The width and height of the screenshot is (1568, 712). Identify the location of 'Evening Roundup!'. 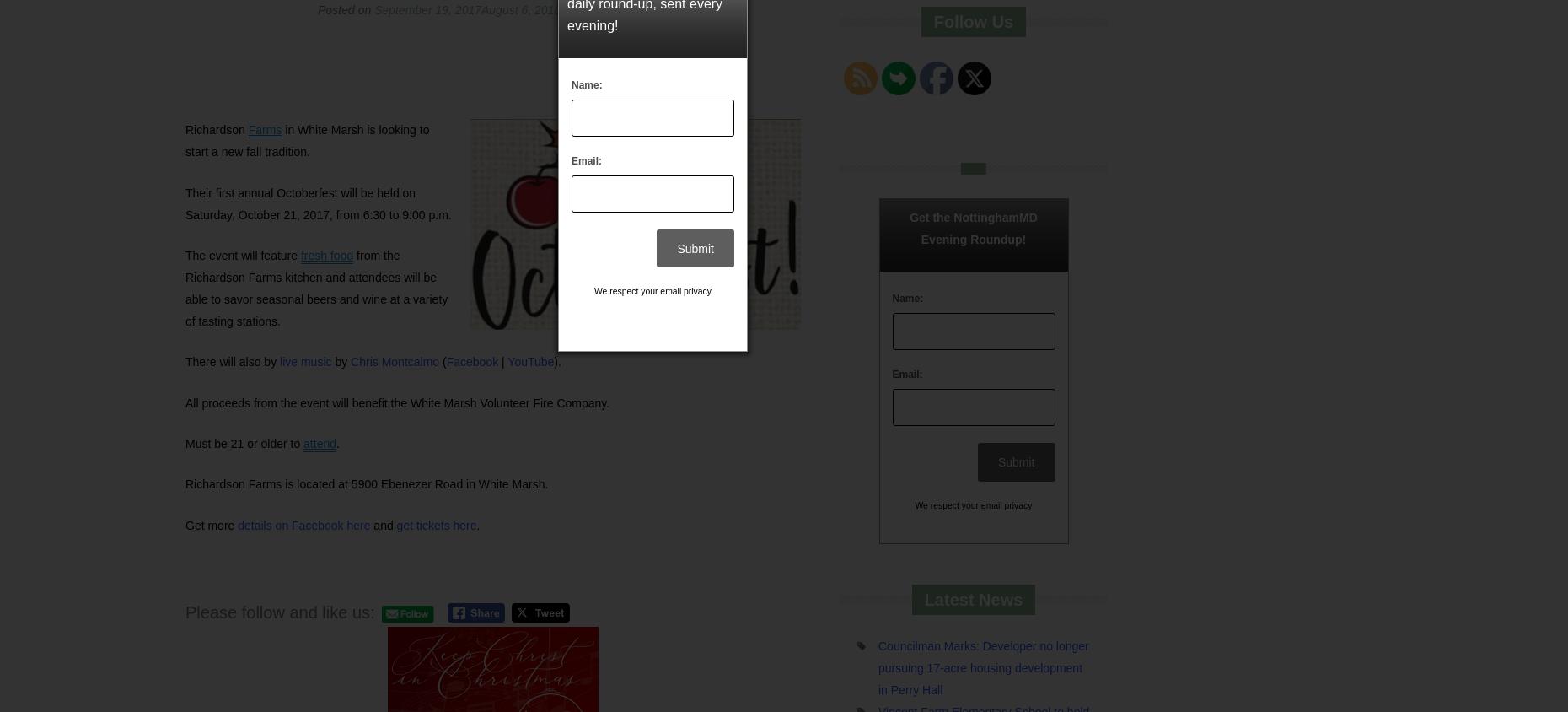
(972, 239).